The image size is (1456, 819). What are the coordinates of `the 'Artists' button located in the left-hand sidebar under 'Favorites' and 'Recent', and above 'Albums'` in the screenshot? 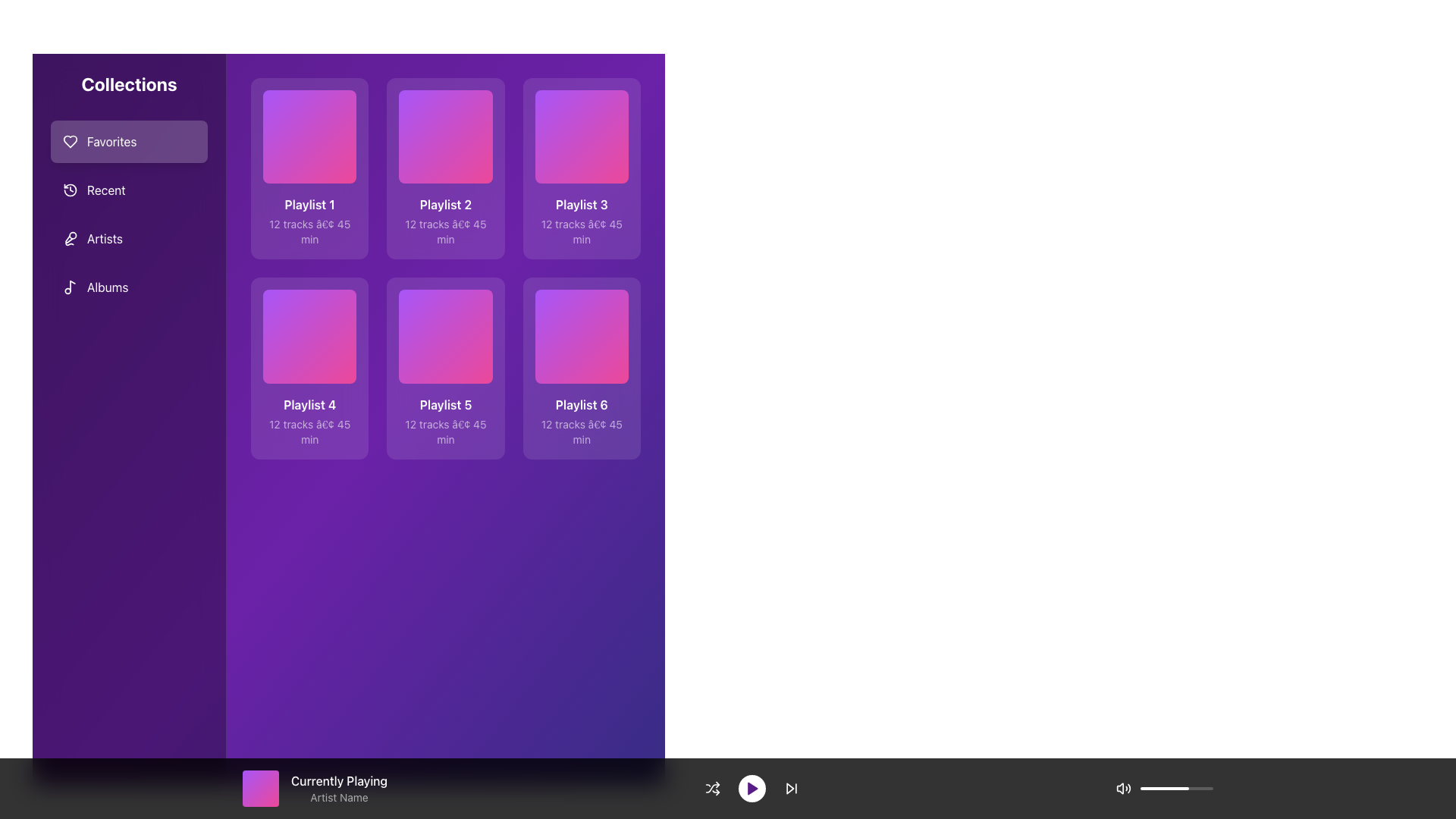 It's located at (129, 239).